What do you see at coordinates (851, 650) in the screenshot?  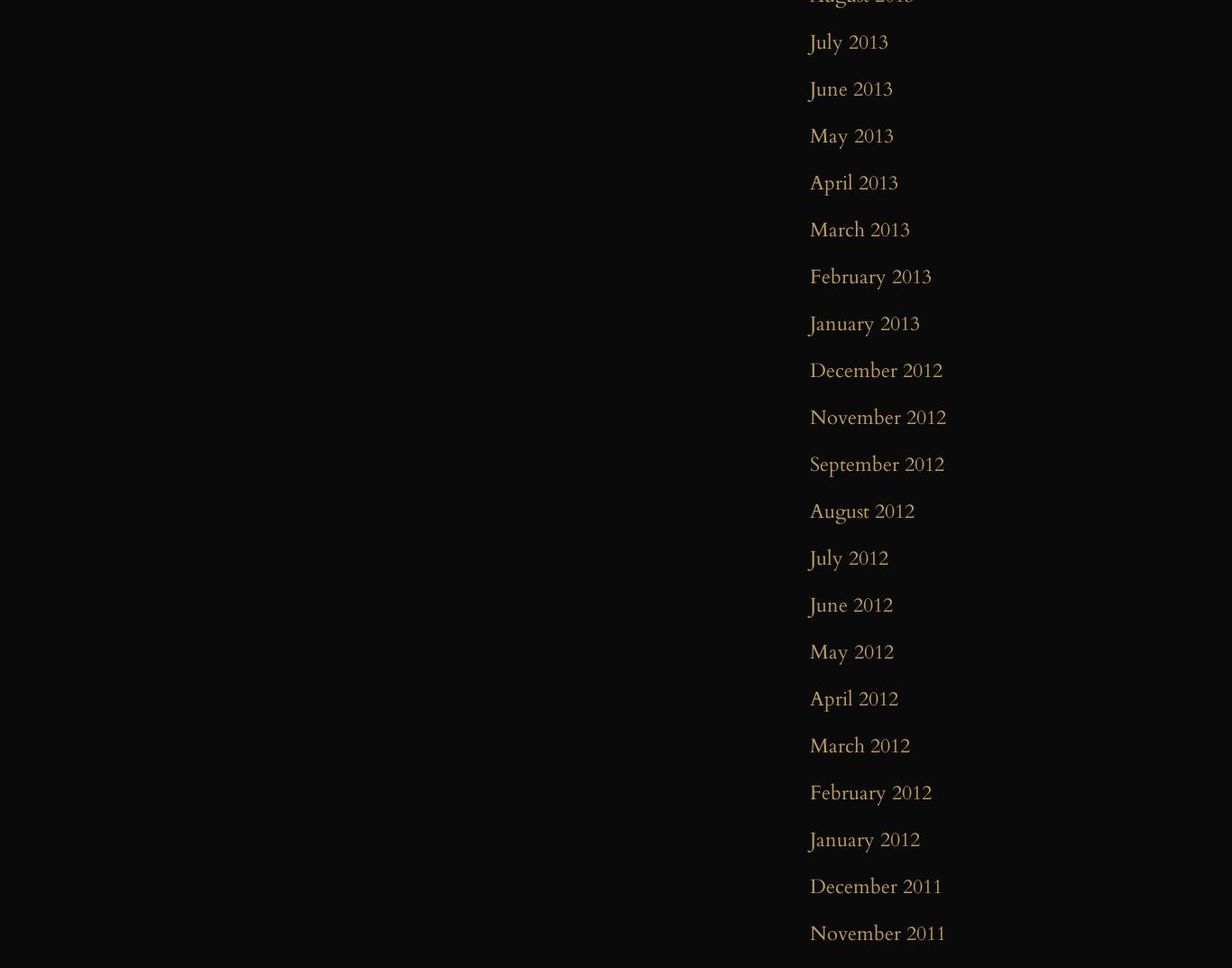 I see `'May 2012'` at bounding box center [851, 650].